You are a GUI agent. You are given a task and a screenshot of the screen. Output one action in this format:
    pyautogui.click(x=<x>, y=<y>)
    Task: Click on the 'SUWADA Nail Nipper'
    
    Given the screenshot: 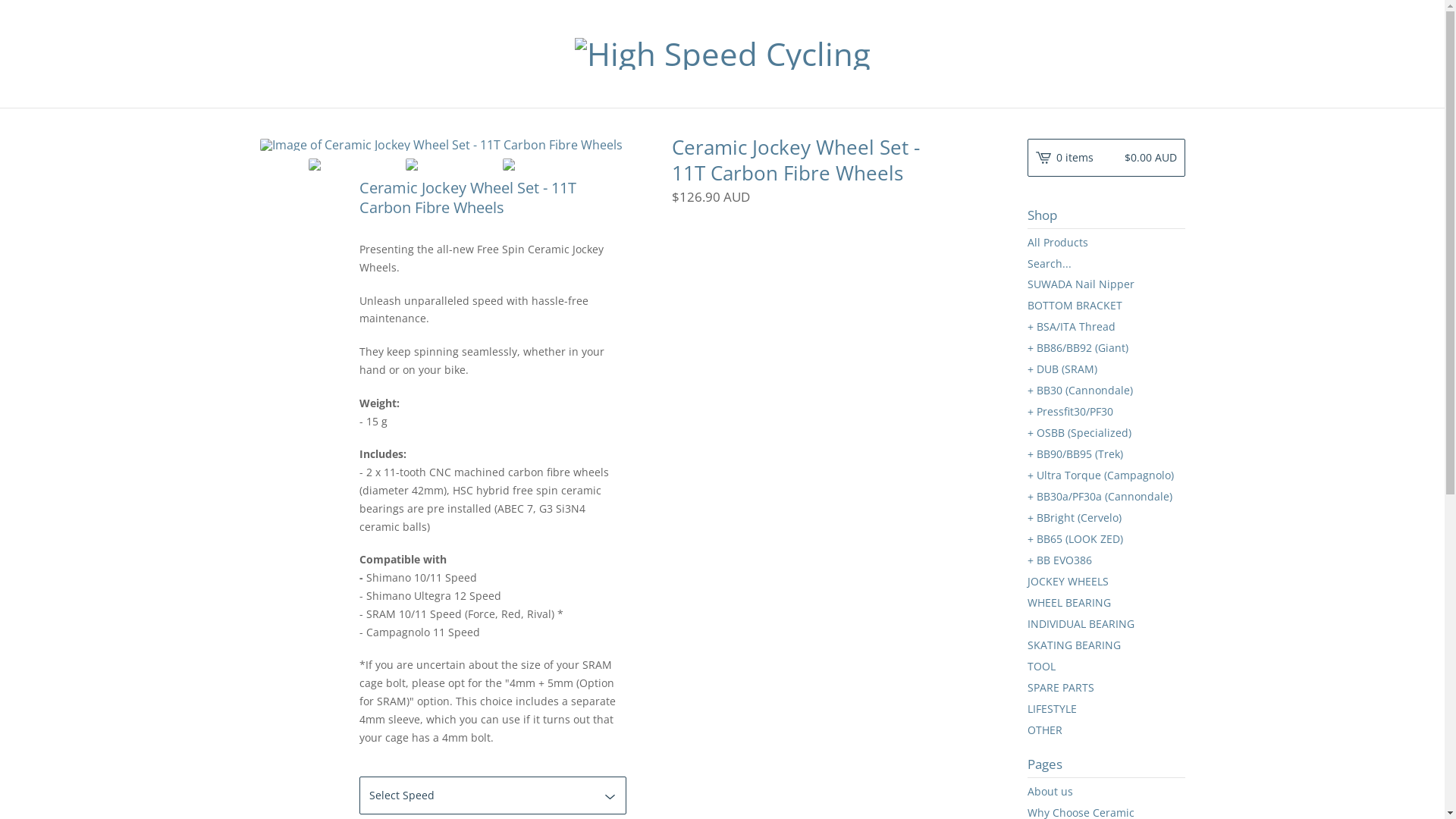 What is the action you would take?
    pyautogui.click(x=1106, y=284)
    